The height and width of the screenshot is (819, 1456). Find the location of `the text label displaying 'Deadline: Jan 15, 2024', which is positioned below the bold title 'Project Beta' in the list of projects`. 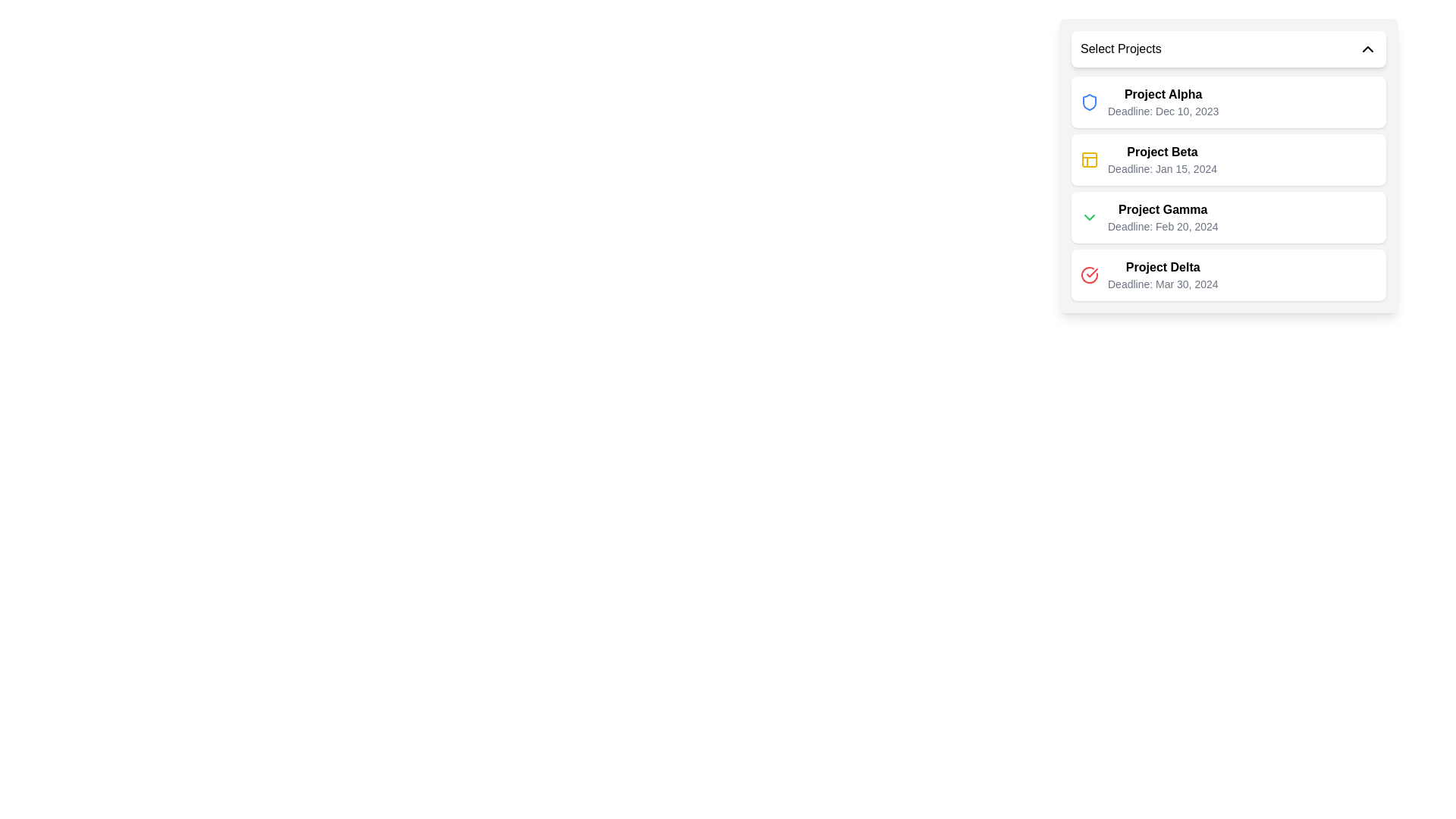

the text label displaying 'Deadline: Jan 15, 2024', which is positioned below the bold title 'Project Beta' in the list of projects is located at coordinates (1161, 169).